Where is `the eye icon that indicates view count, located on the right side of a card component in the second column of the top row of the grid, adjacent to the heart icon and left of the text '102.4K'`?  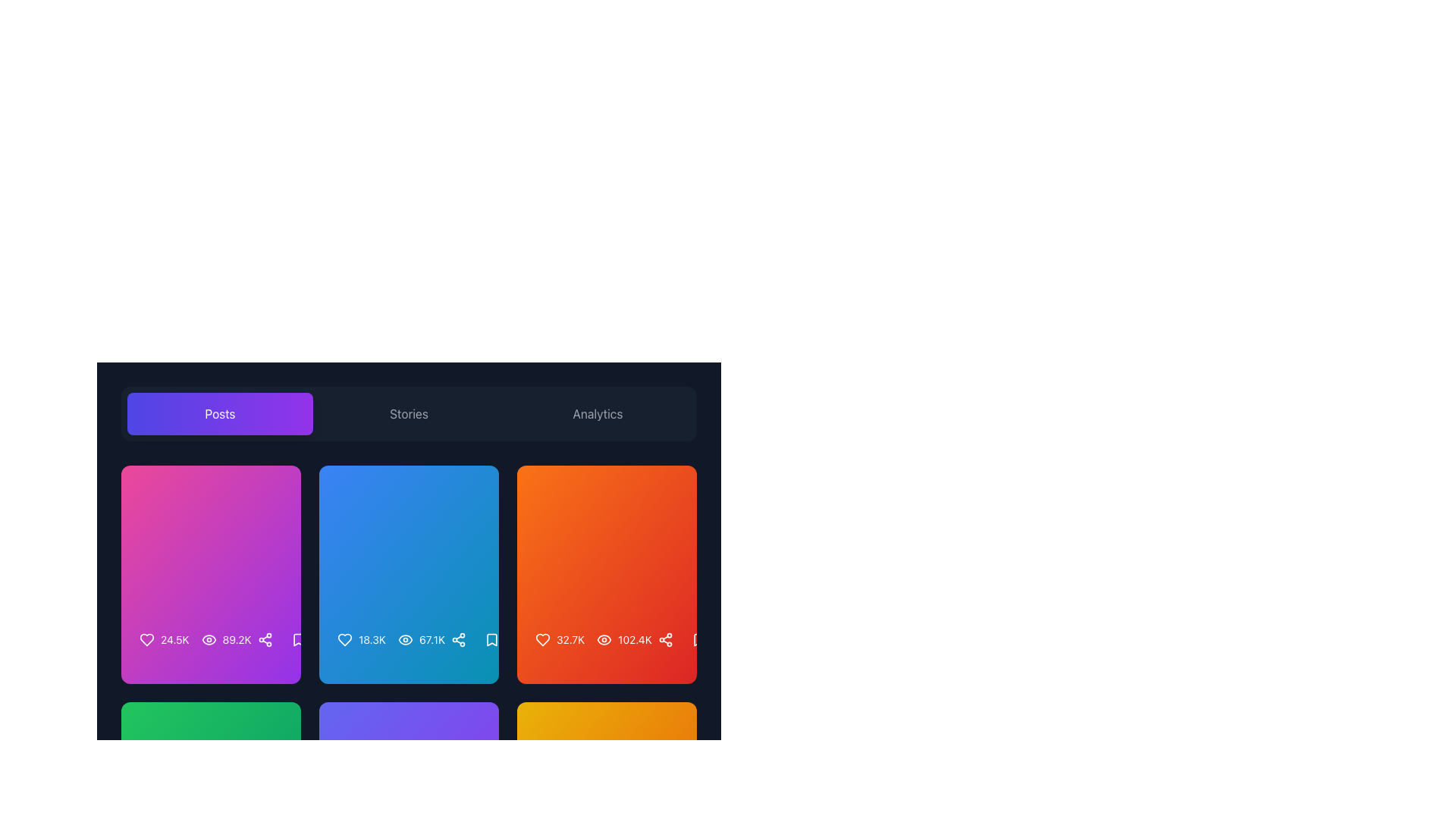
the eye icon that indicates view count, located on the right side of a card component in the second column of the top row of the grid, adjacent to the heart icon and left of the text '102.4K' is located at coordinates (604, 640).